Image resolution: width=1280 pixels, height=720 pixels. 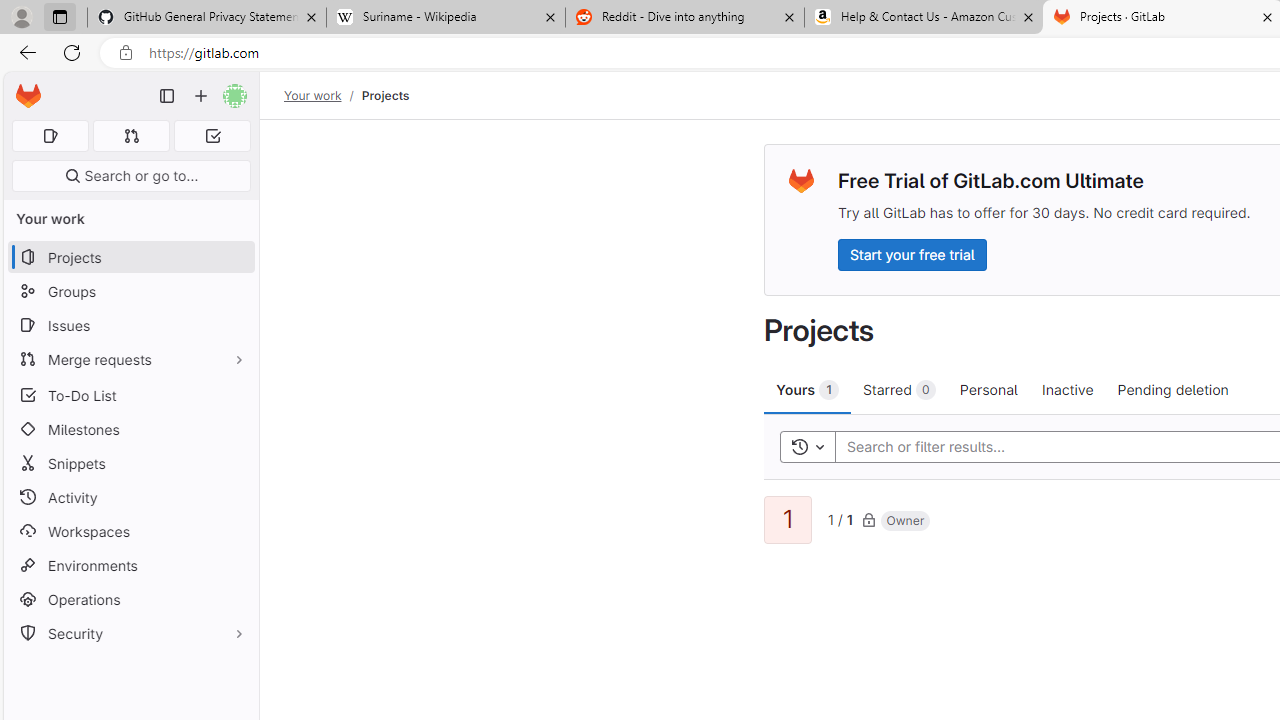 I want to click on 'Security', so click(x=130, y=633).